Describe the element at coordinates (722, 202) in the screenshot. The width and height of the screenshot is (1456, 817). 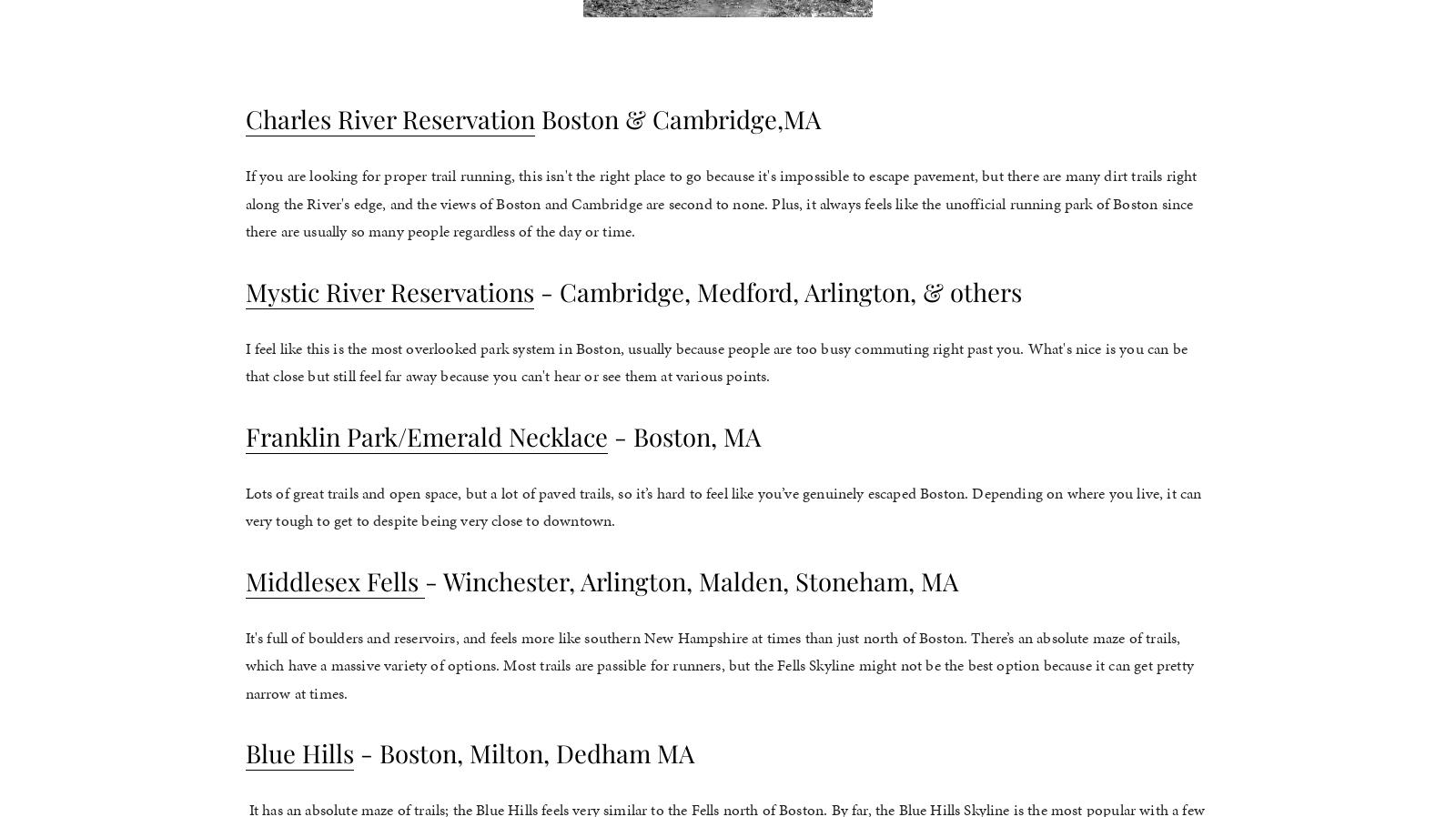
I see `'If you are looking for proper trail running, this isn't the right place to go because it's impossible to escape pavement, but there are many dirt trails right along the River's edge, and the views of Boston and Cambridge are second to none. Plus, it always feels like the unofficial running park of Boston since there are usually so many people regardless of the day or time.'` at that location.